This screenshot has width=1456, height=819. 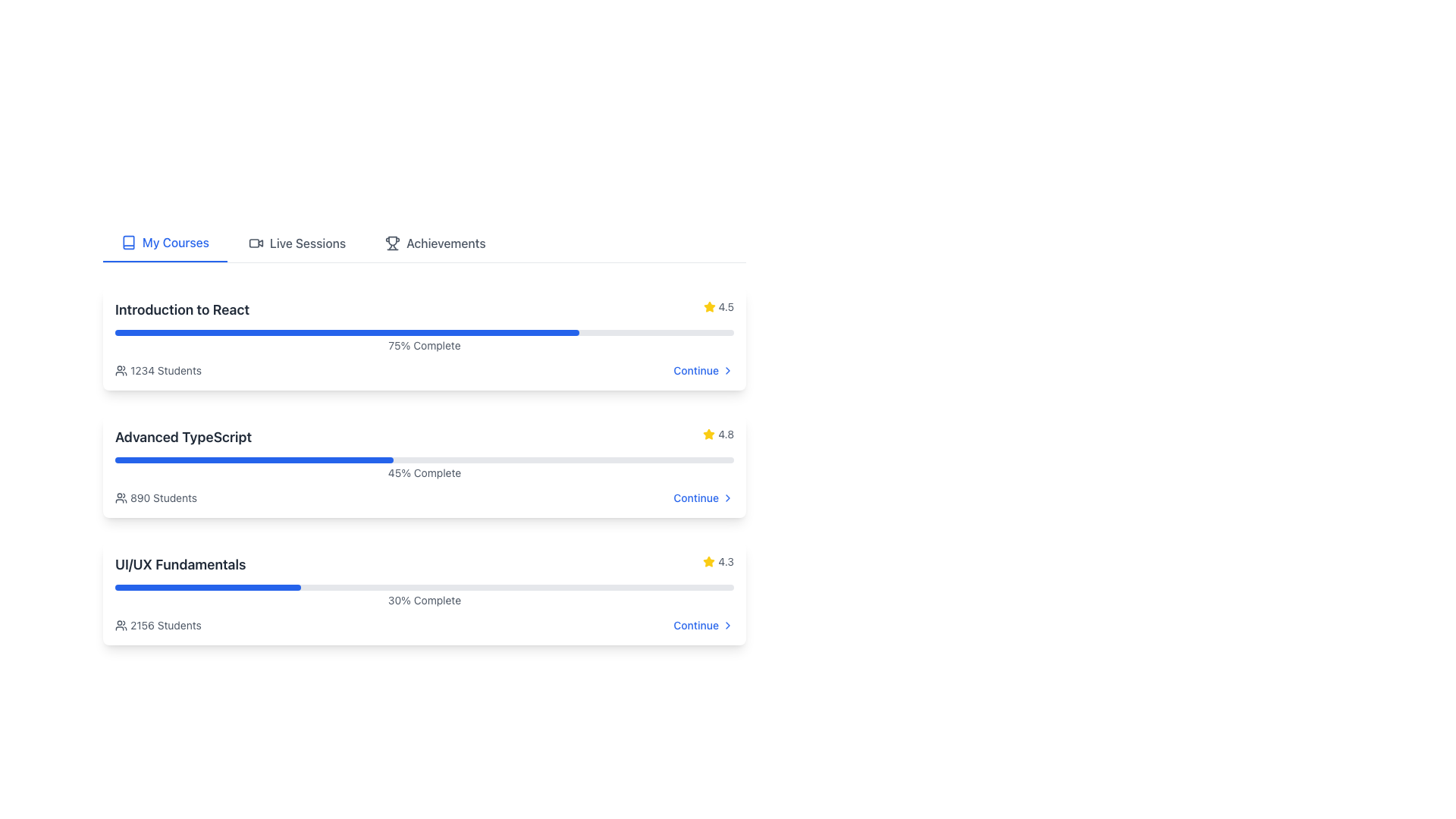 I want to click on the accessibility link located at the bottom right corner of the UI/UX Fundamentals course card, so click(x=703, y=626).